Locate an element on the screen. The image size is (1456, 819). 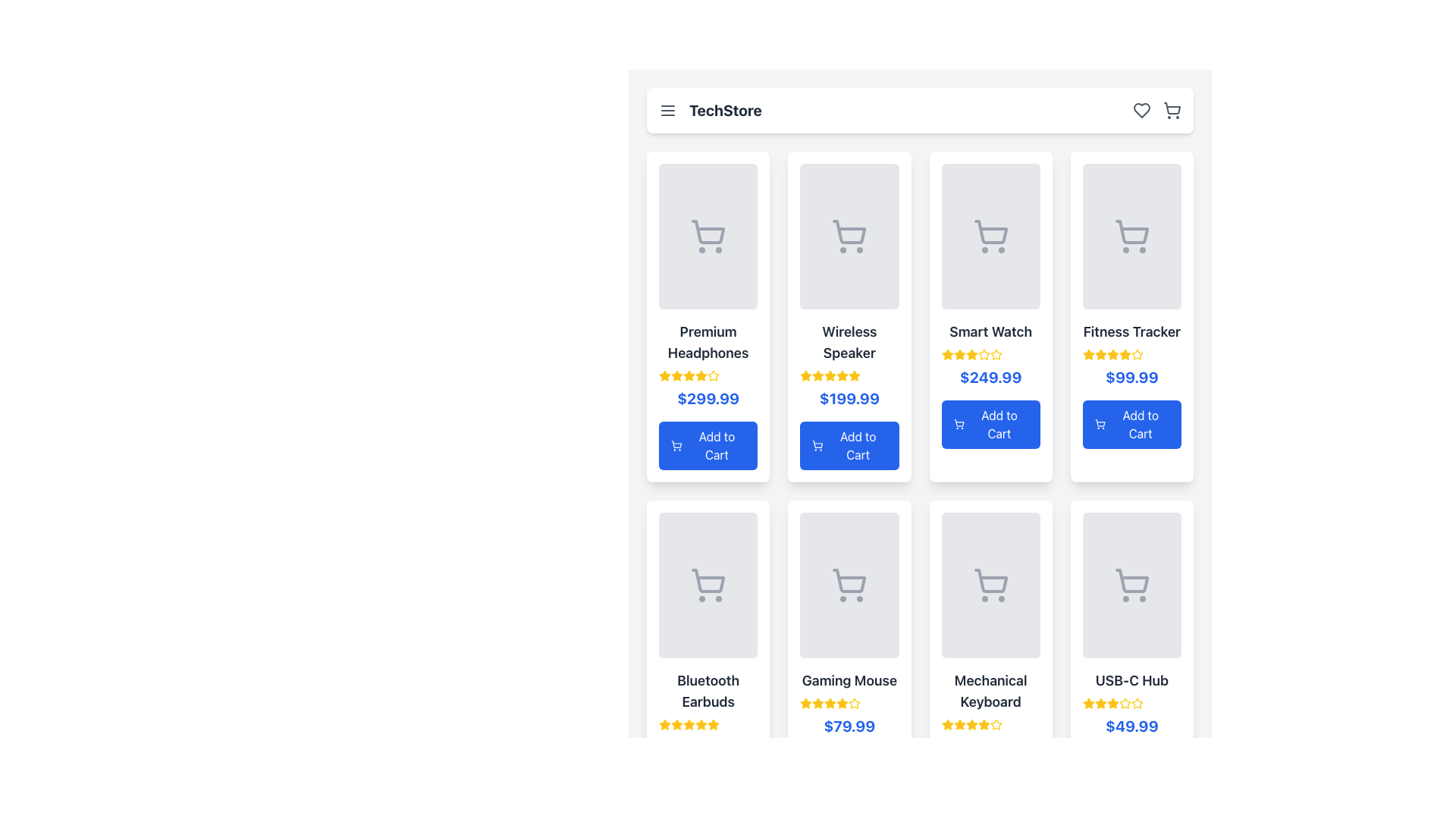
the third star icon in the rating system for the 'Wireless Speaker' is located at coordinates (817, 375).